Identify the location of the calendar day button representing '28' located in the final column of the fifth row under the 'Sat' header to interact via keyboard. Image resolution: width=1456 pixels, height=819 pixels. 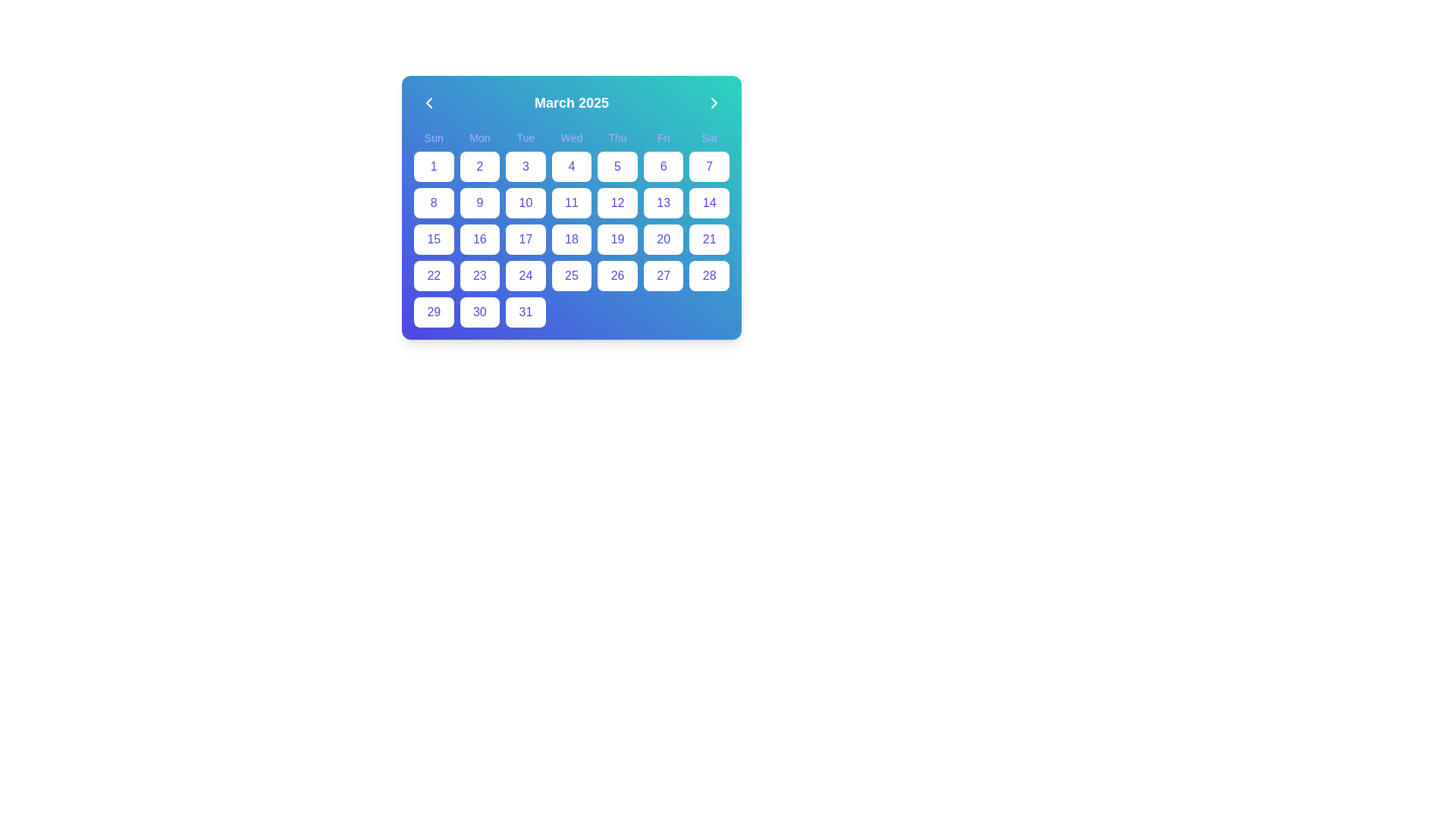
(708, 275).